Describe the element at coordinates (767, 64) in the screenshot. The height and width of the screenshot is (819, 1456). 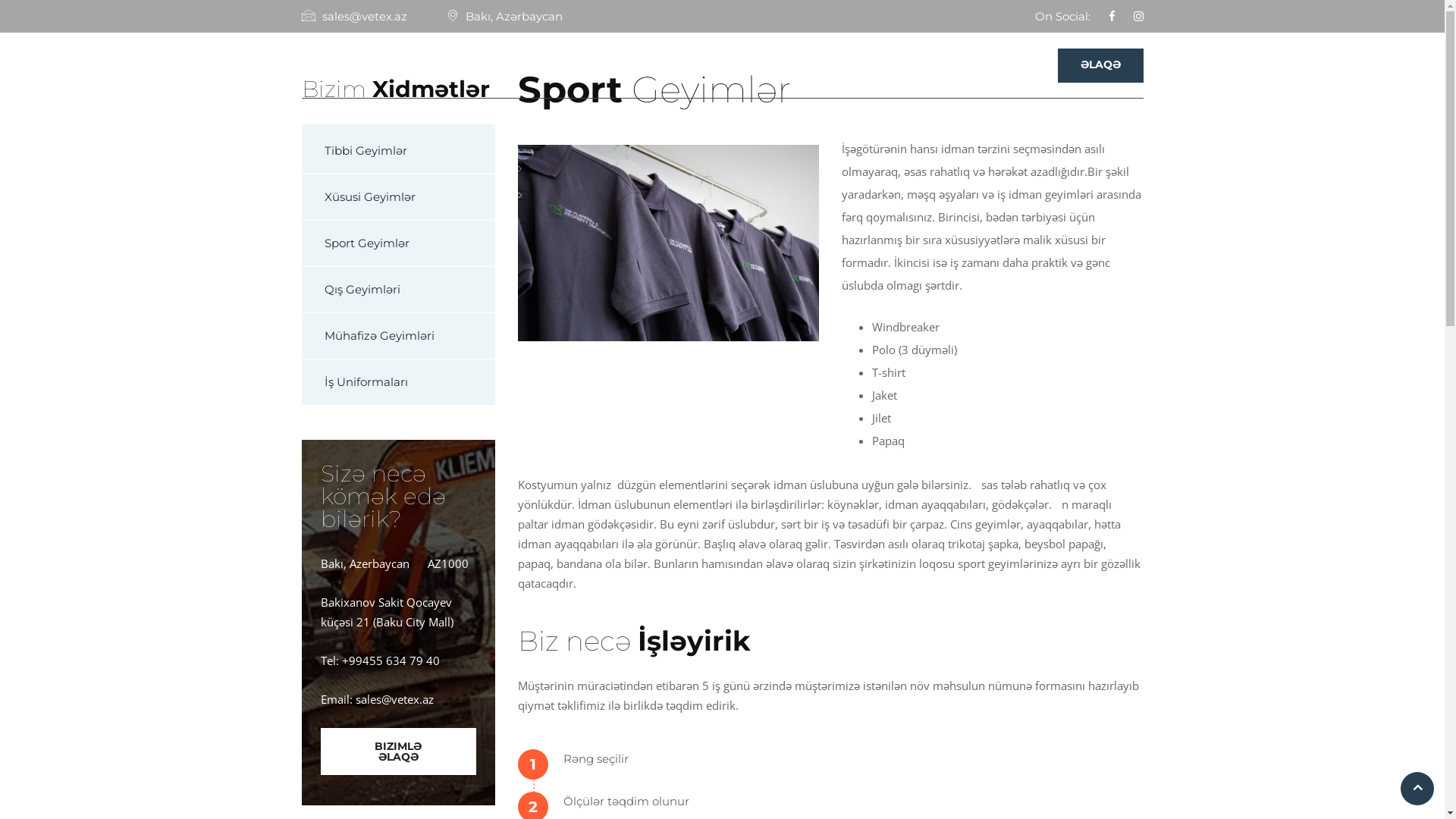
I see `'HAQQIMIZDA'` at that location.